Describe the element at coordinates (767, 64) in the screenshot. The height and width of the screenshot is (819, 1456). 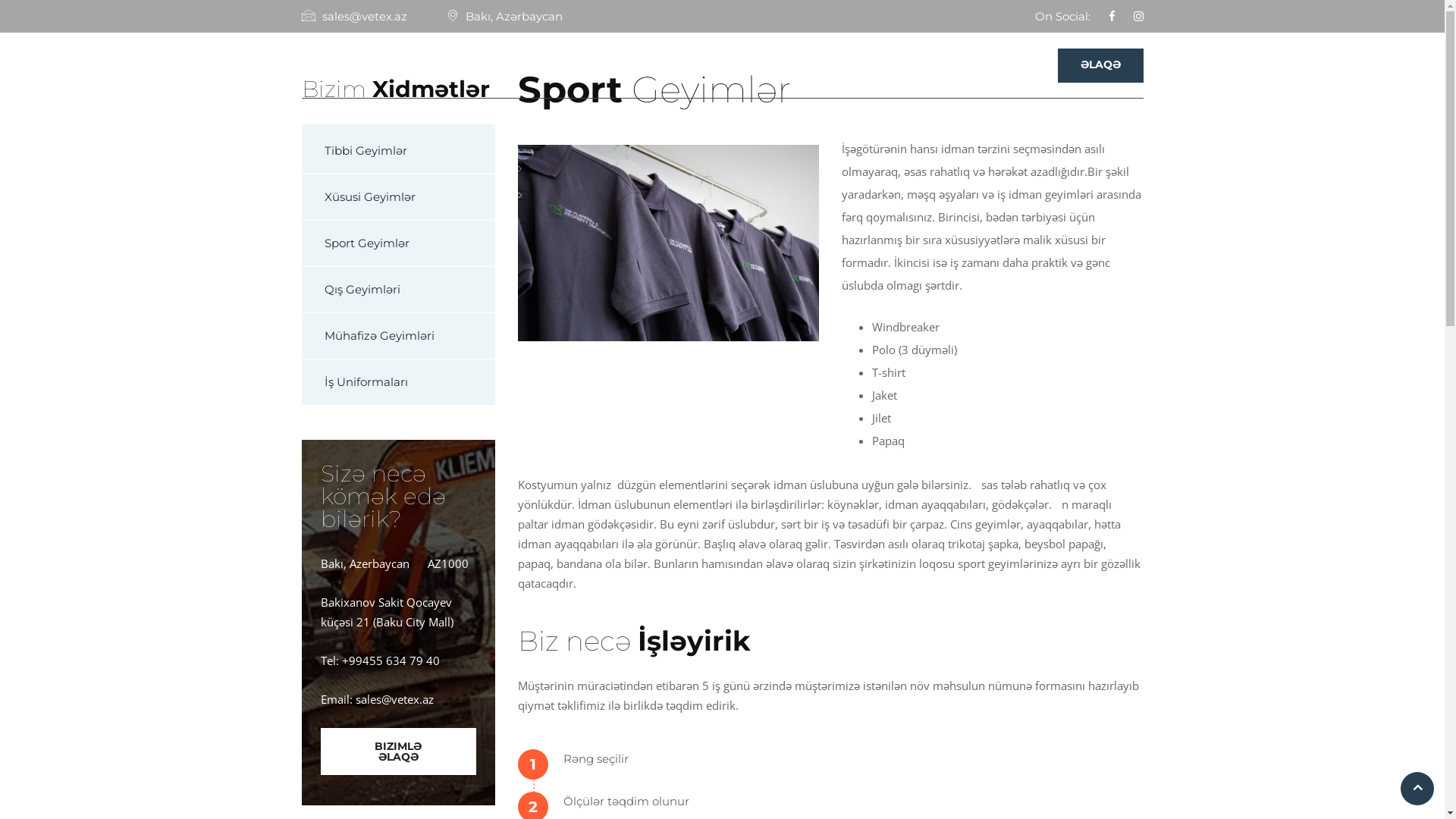
I see `'HAQQIMIZDA'` at that location.